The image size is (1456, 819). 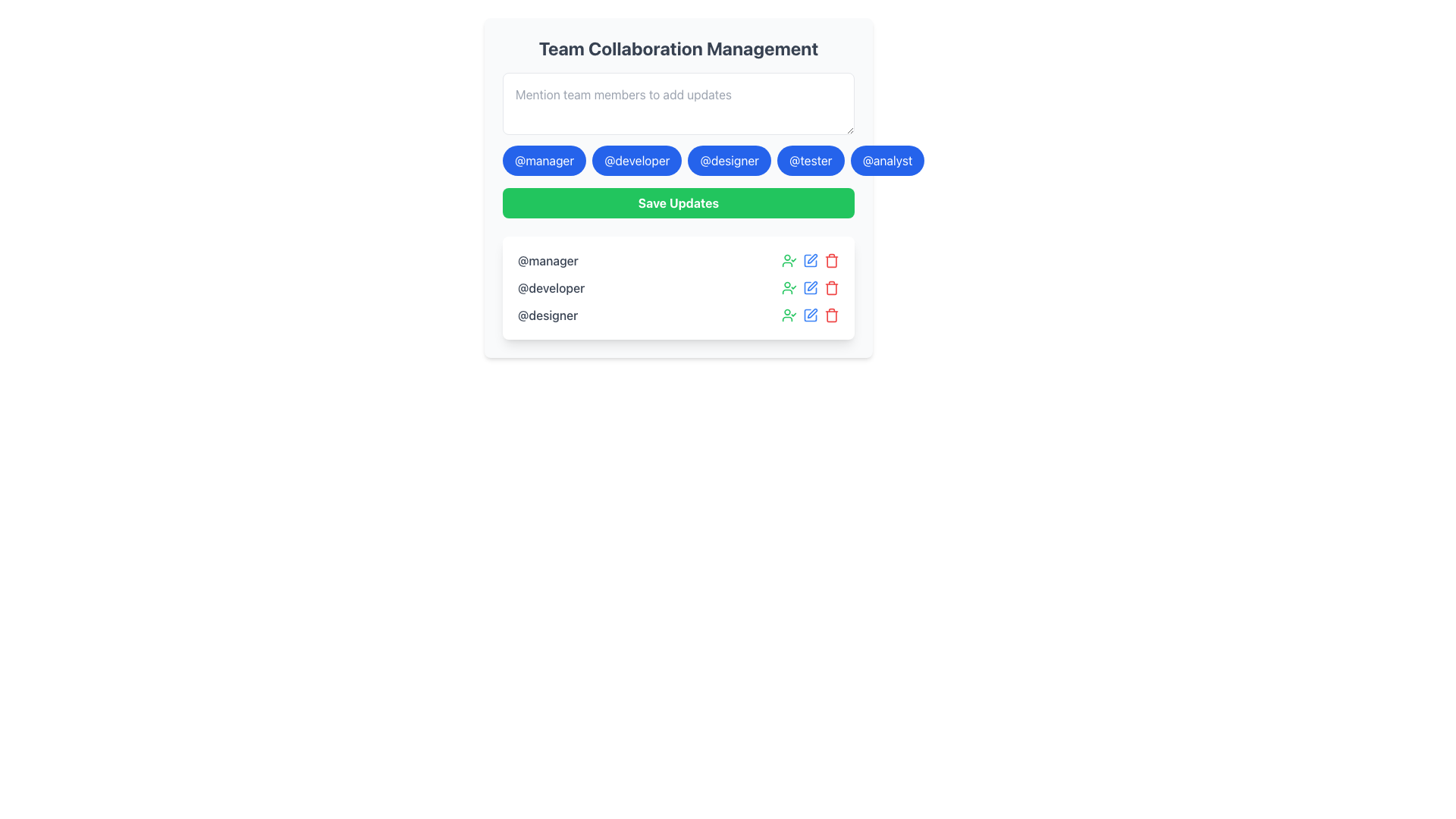 What do you see at coordinates (811, 257) in the screenshot?
I see `the second icon from the right in the horizontal icon set representing an editing function for the '@manager' entry` at bounding box center [811, 257].